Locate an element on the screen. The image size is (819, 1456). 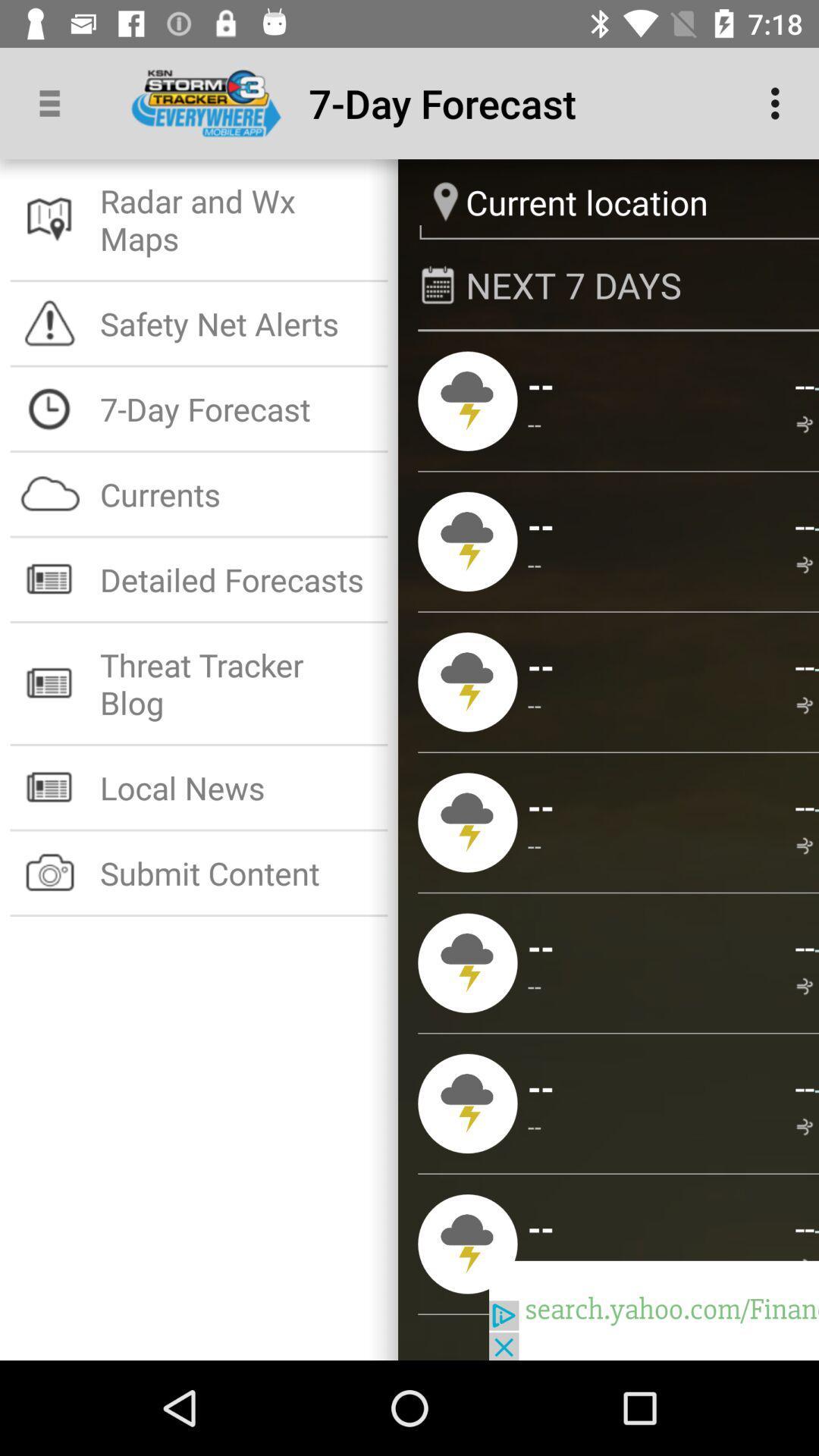
the 6th icon which is in the white background is located at coordinates (49, 682).